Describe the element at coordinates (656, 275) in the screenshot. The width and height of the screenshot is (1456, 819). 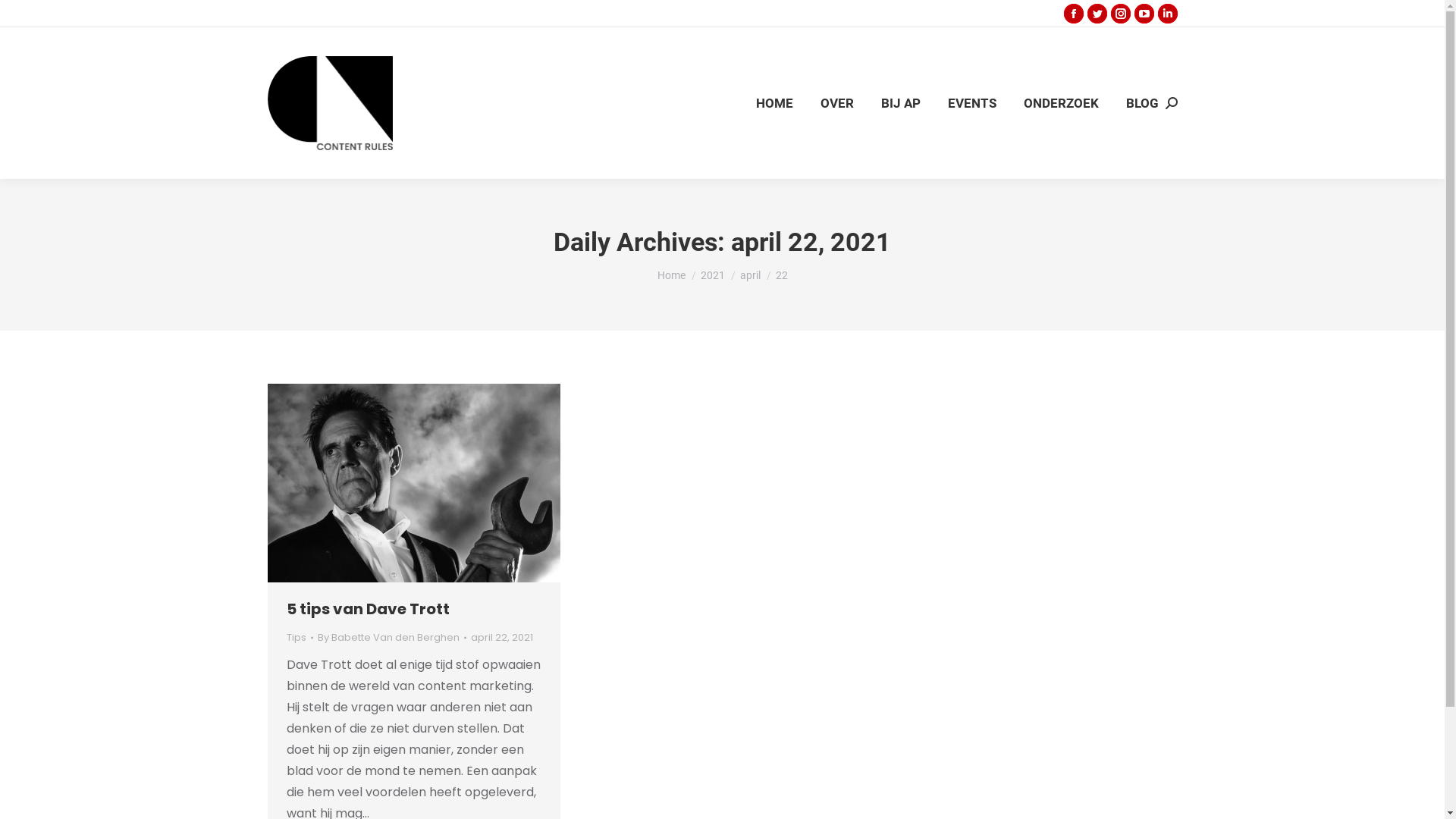
I see `'Home'` at that location.